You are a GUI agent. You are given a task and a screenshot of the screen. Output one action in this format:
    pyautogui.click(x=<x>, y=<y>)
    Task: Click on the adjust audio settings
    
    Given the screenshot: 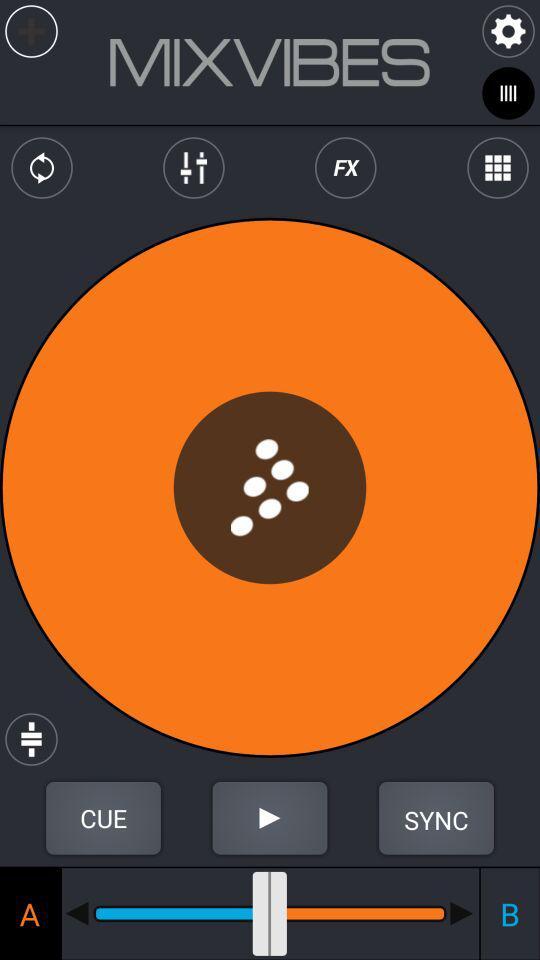 What is the action you would take?
    pyautogui.click(x=193, y=167)
    